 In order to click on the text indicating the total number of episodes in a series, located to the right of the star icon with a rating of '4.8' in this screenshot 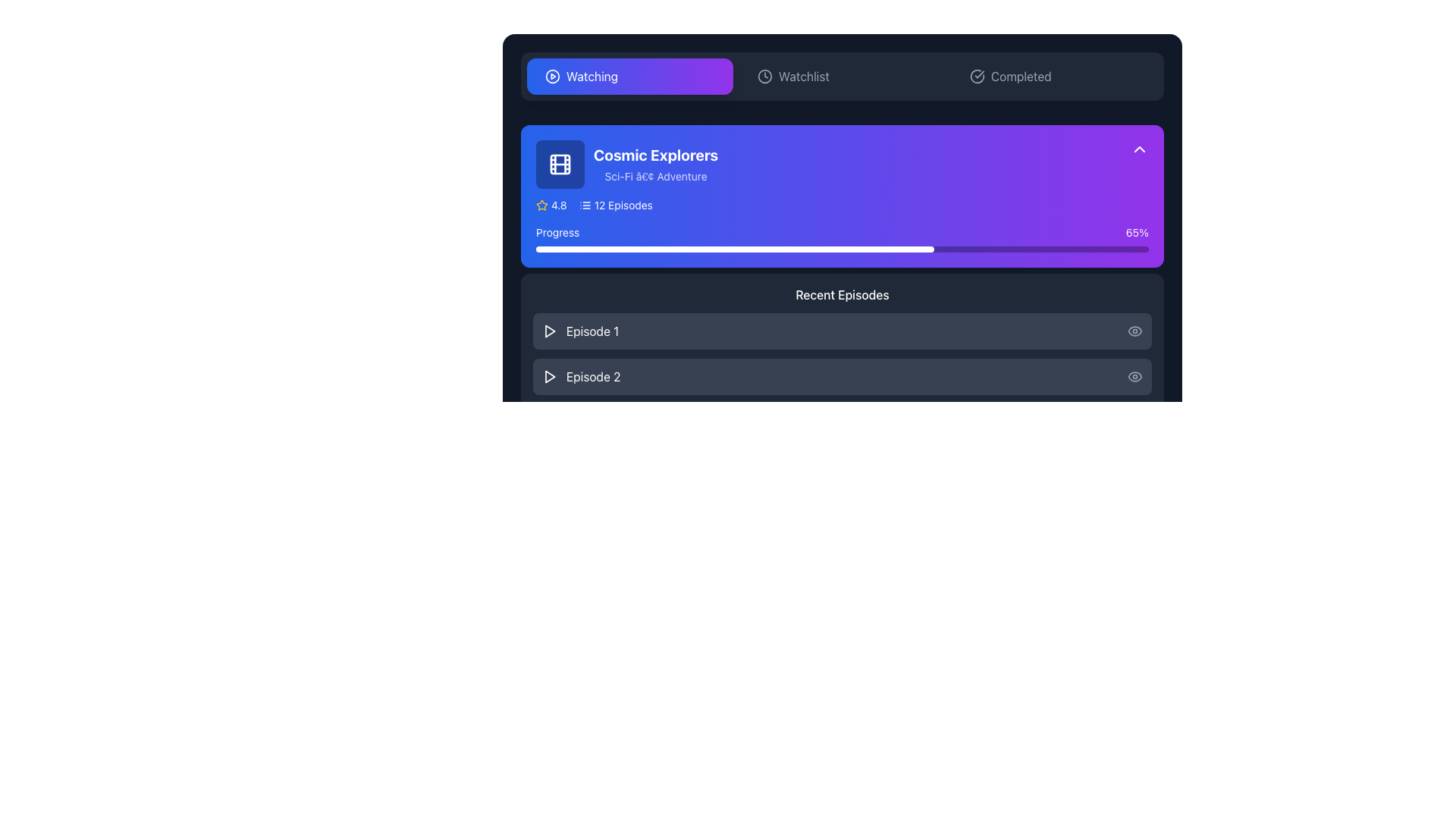, I will do `click(616, 205)`.